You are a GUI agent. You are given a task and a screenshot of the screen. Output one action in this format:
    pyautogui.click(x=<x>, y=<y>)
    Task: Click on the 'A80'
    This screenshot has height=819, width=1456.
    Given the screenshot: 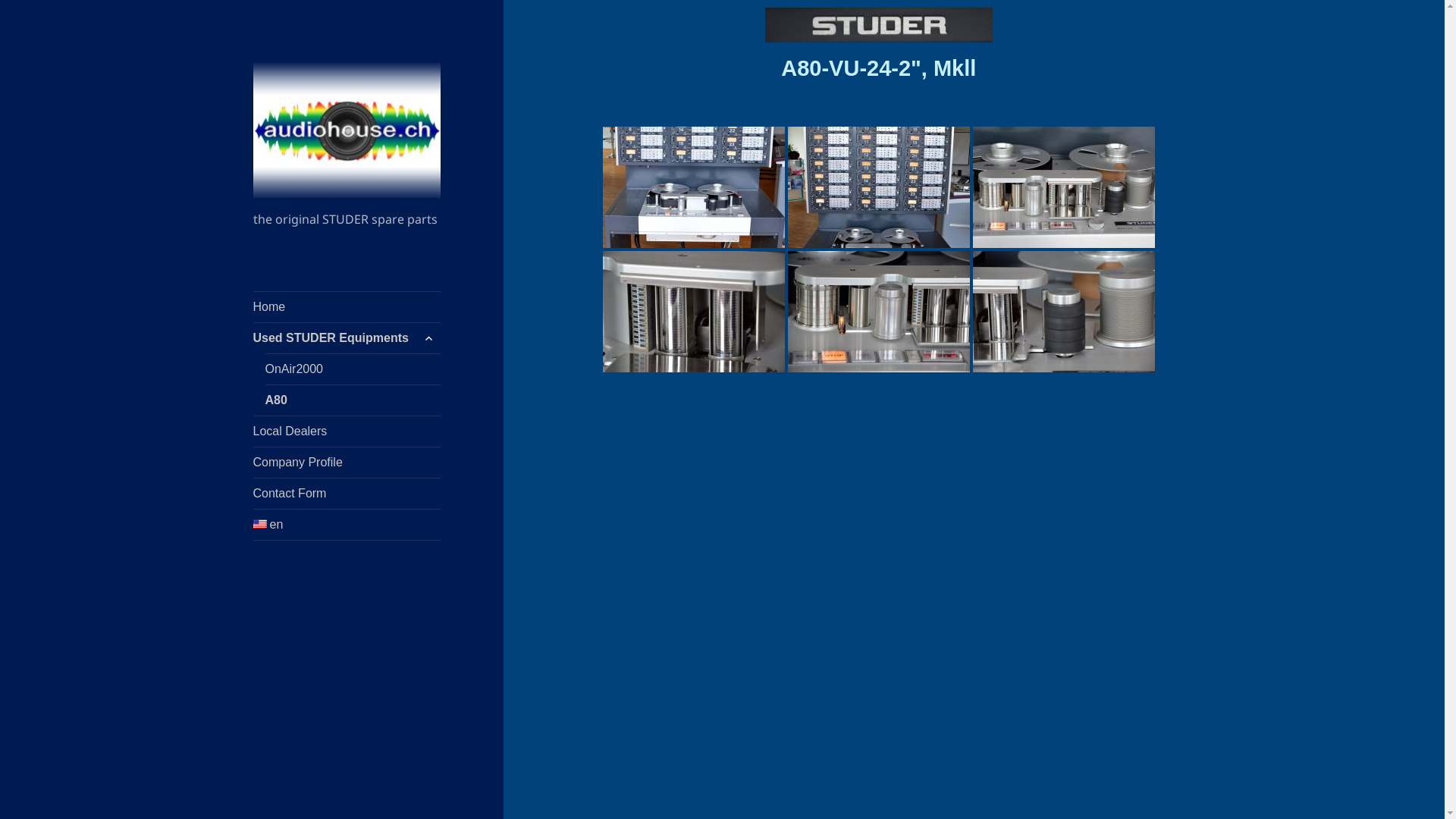 What is the action you would take?
    pyautogui.click(x=352, y=400)
    